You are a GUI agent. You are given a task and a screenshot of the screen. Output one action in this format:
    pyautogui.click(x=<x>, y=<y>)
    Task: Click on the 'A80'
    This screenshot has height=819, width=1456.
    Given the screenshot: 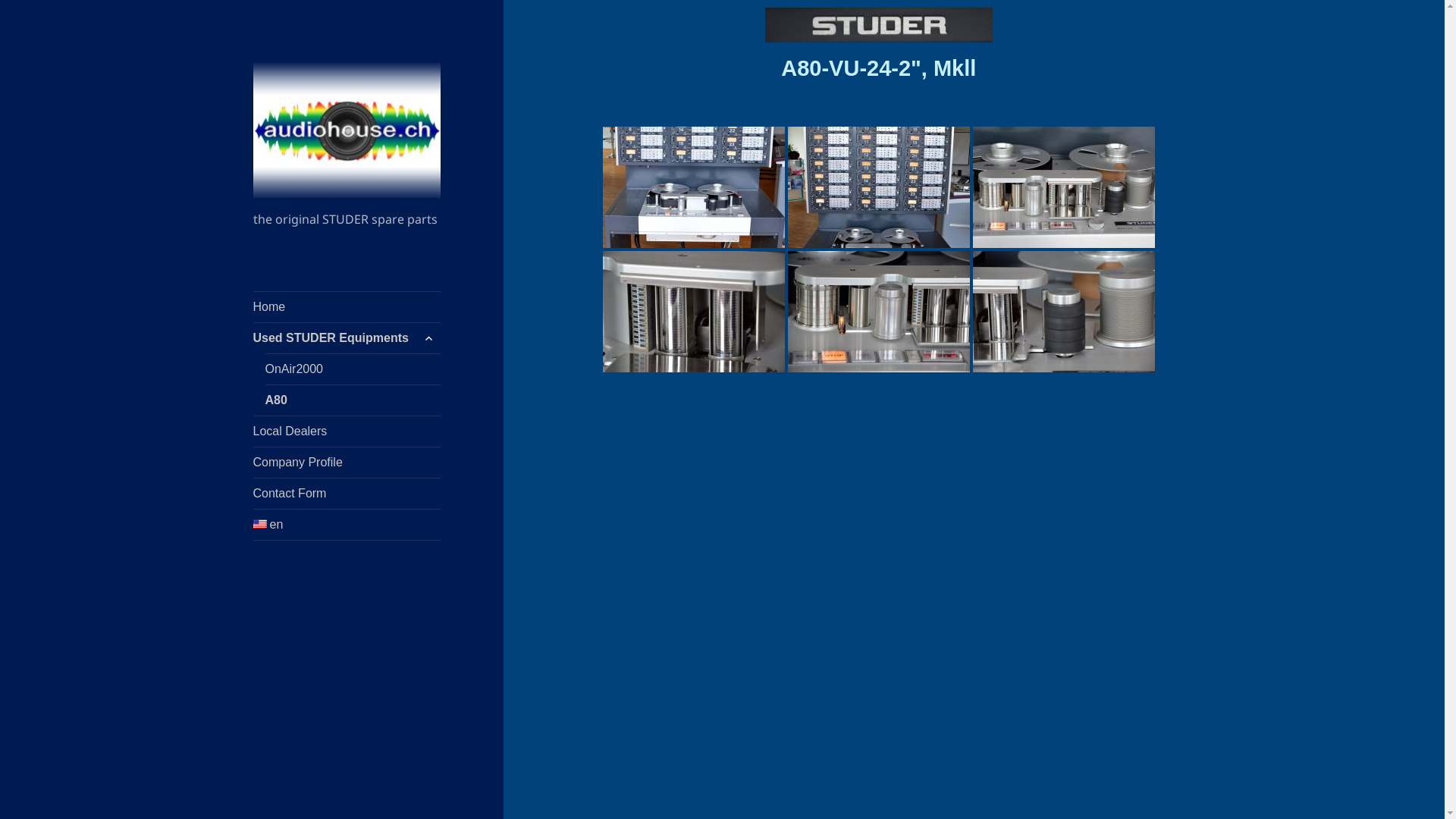 What is the action you would take?
    pyautogui.click(x=352, y=400)
    